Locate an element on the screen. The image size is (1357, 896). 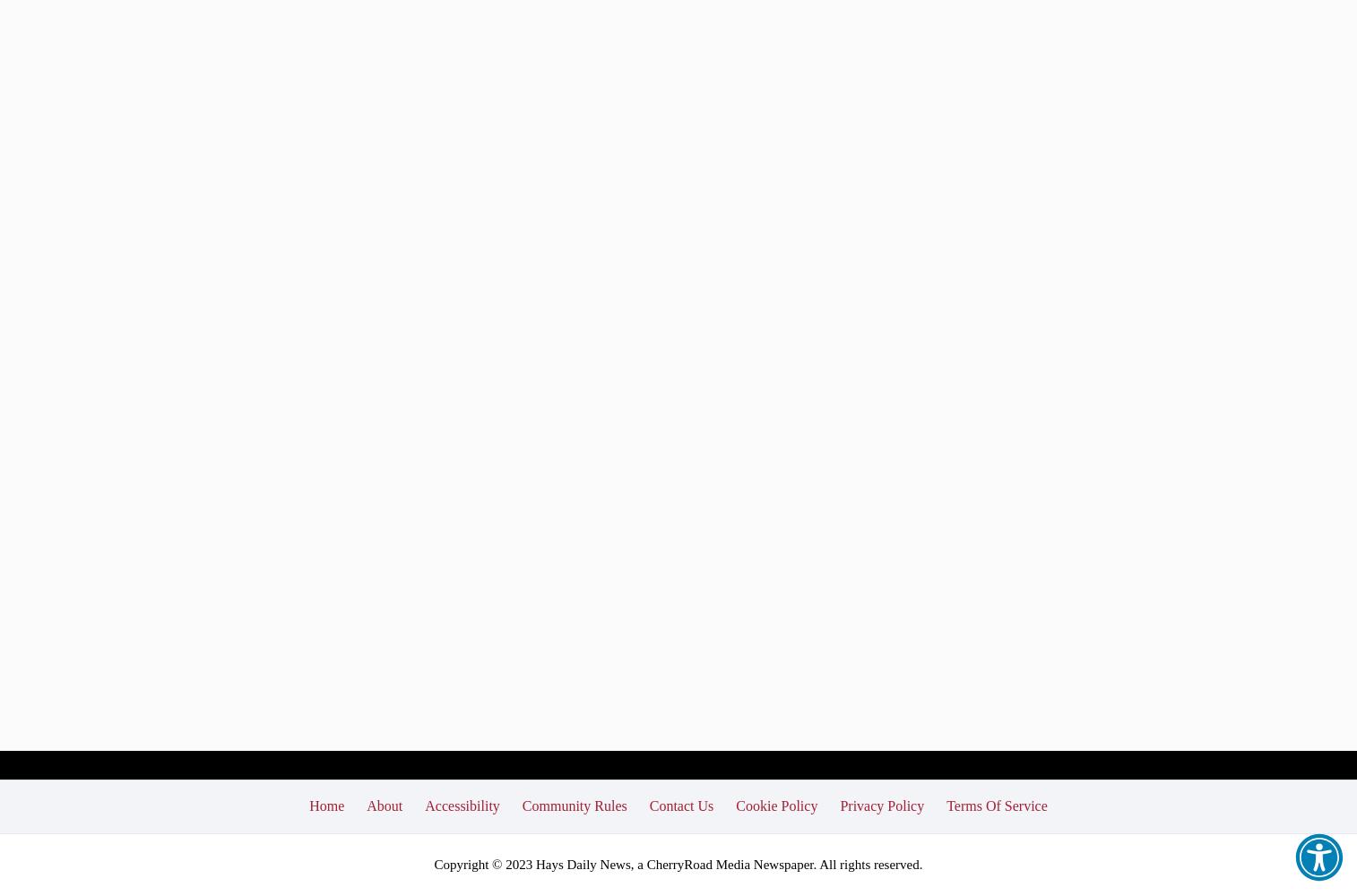
'Contact Us' is located at coordinates (680, 805).